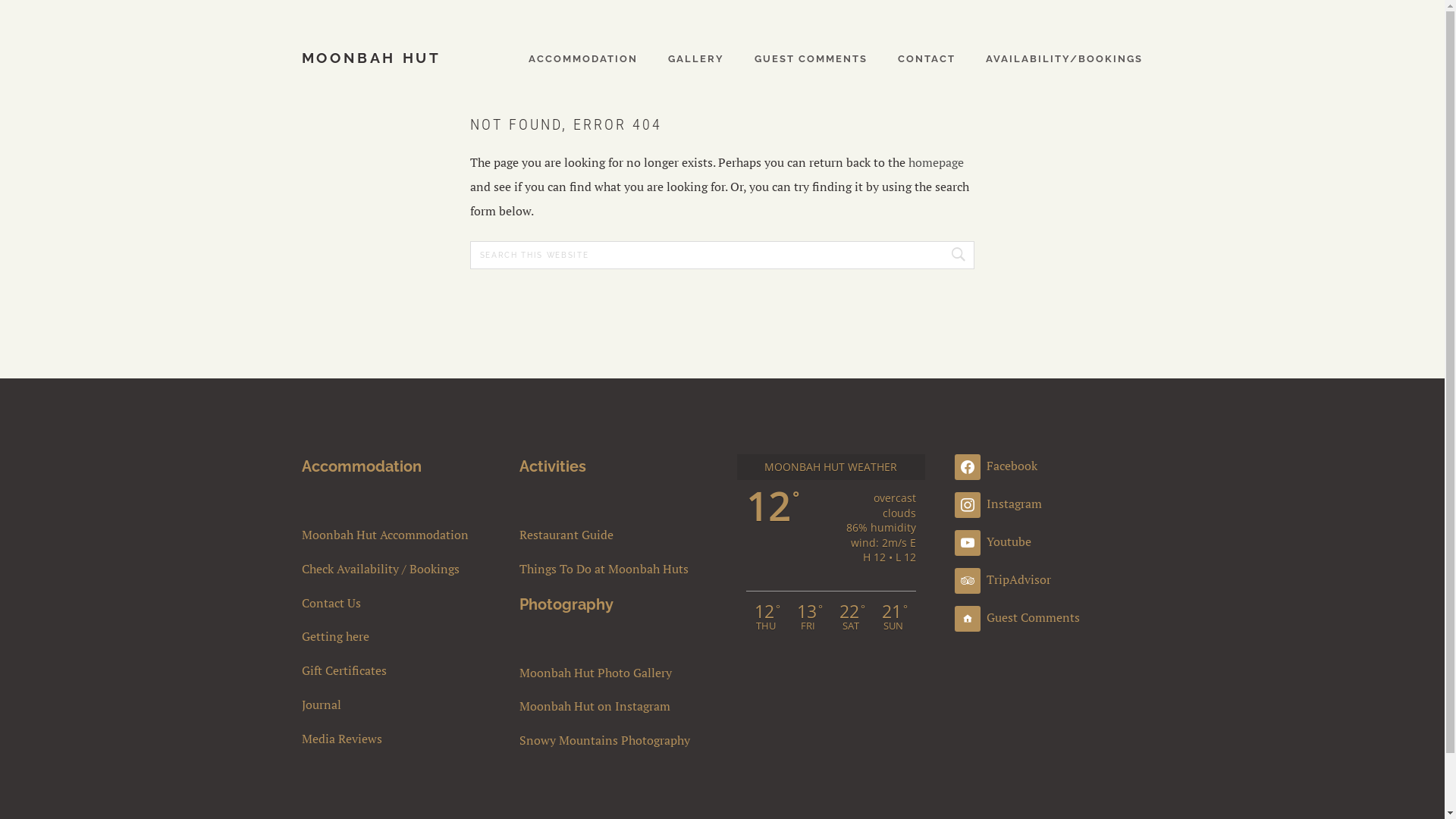  What do you see at coordinates (519, 739) in the screenshot?
I see `'Snowy Mountains Photography'` at bounding box center [519, 739].